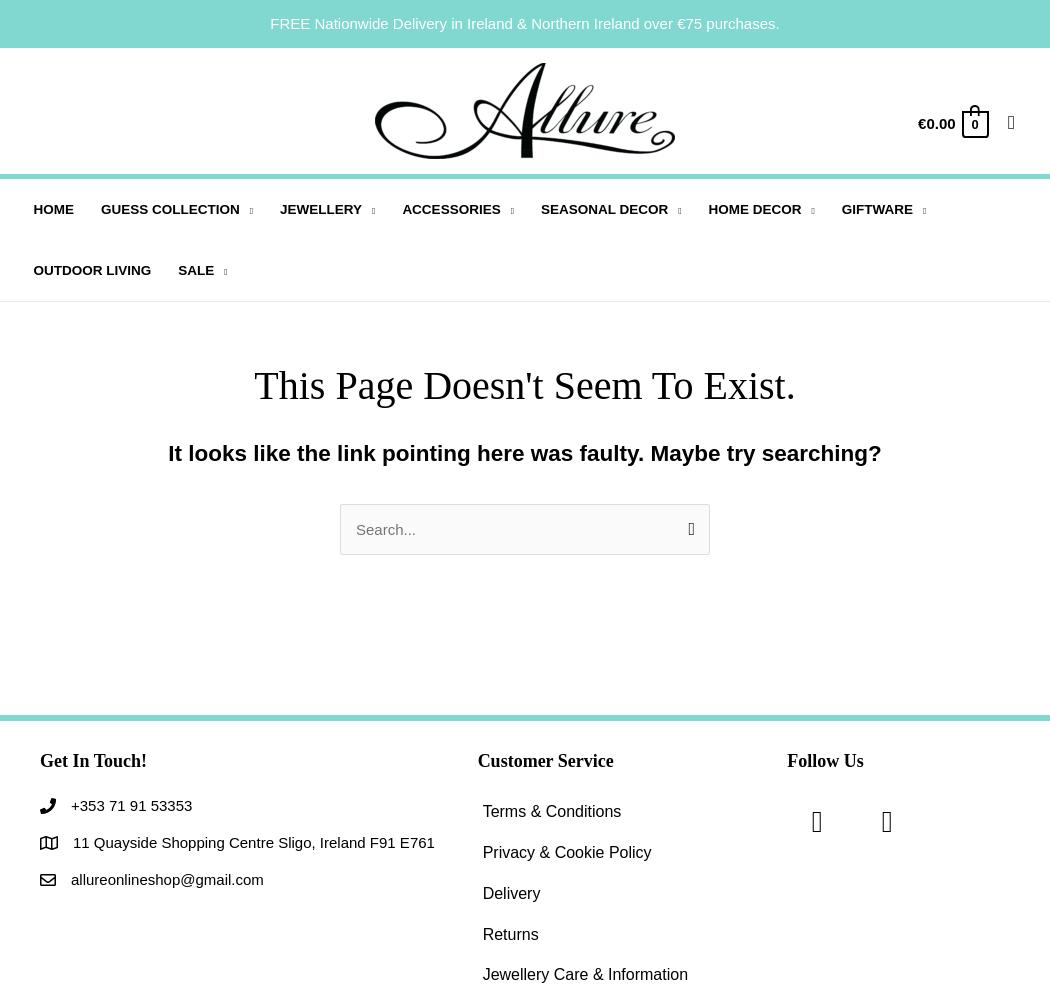 Image resolution: width=1050 pixels, height=1000 pixels. What do you see at coordinates (540, 208) in the screenshot?
I see `'SEASONAL DECOR'` at bounding box center [540, 208].